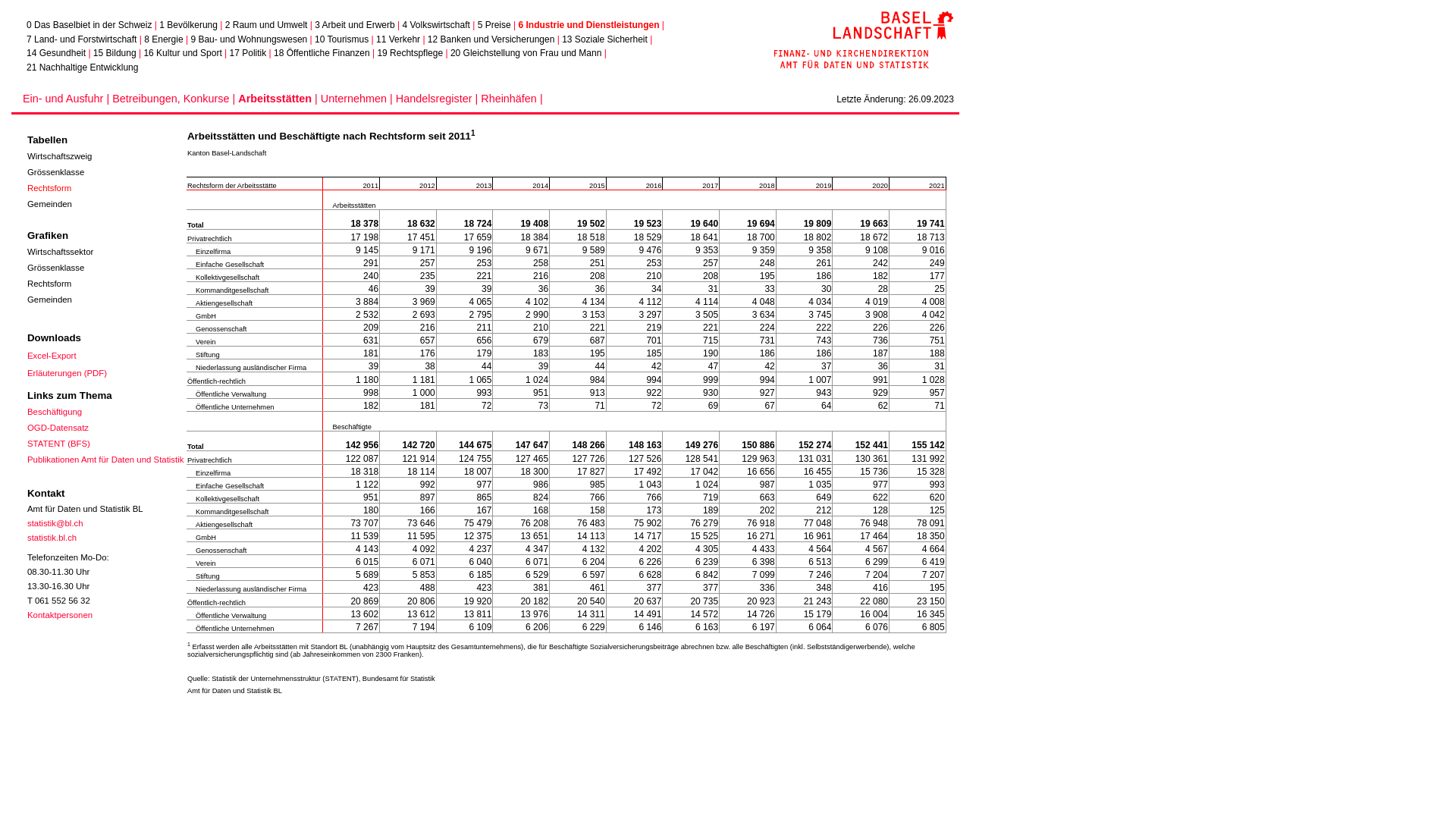 Image resolution: width=1456 pixels, height=819 pixels. What do you see at coordinates (58, 430) in the screenshot?
I see `'OGD-Datensatz'` at bounding box center [58, 430].